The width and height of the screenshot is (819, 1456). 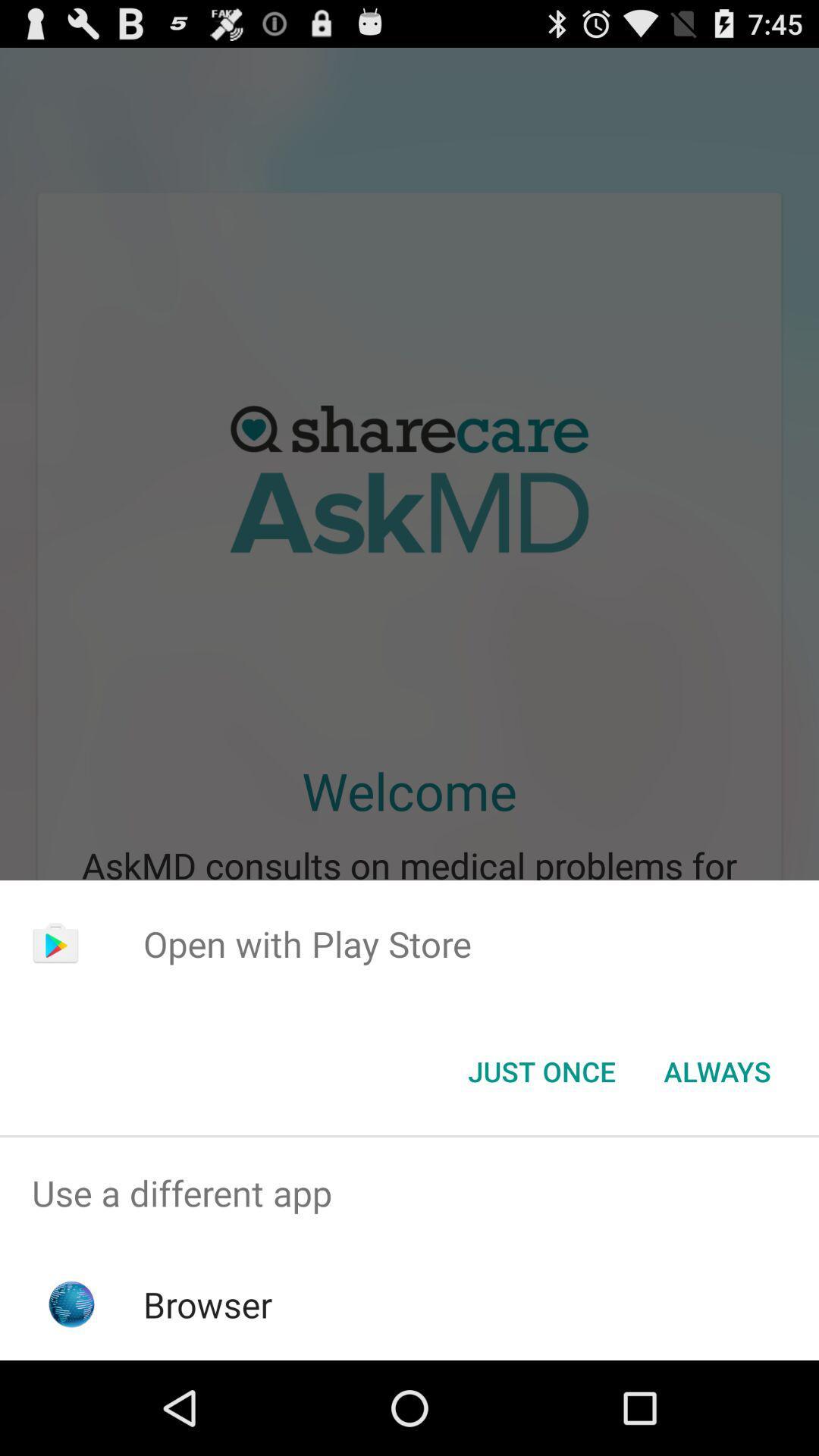 I want to click on browser item, so click(x=208, y=1304).